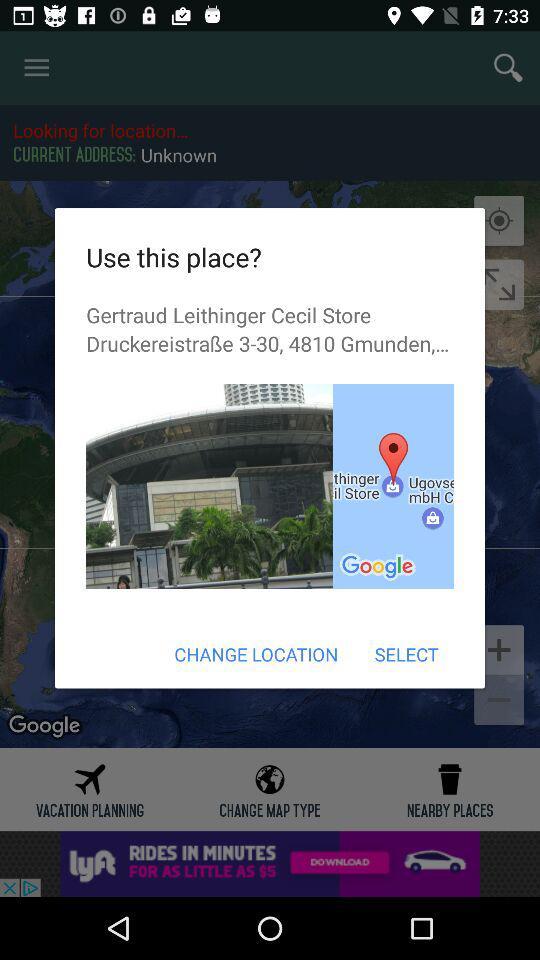  What do you see at coordinates (256, 653) in the screenshot?
I see `change location item` at bounding box center [256, 653].